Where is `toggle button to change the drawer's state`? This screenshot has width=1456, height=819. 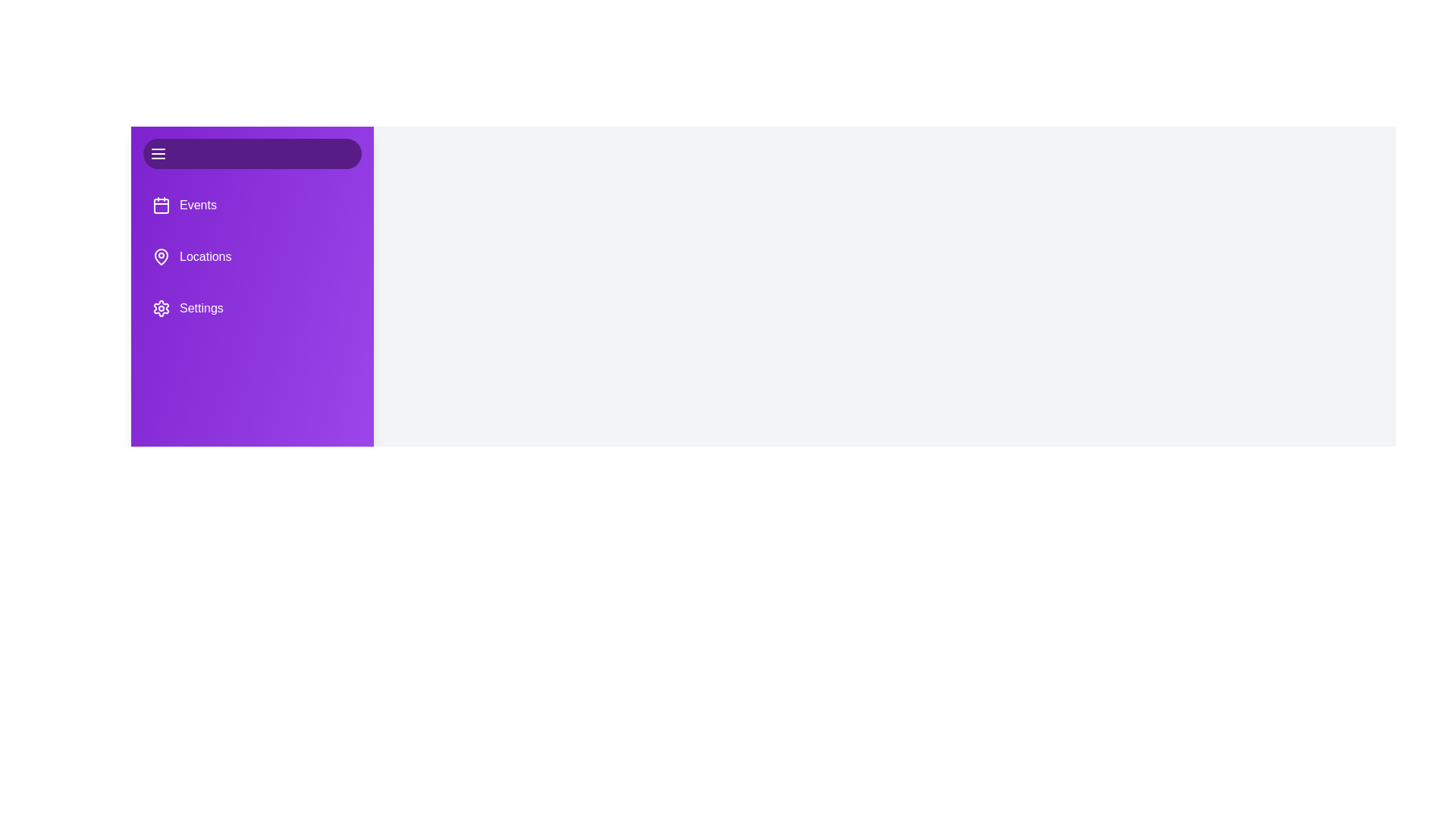
toggle button to change the drawer's state is located at coordinates (252, 154).